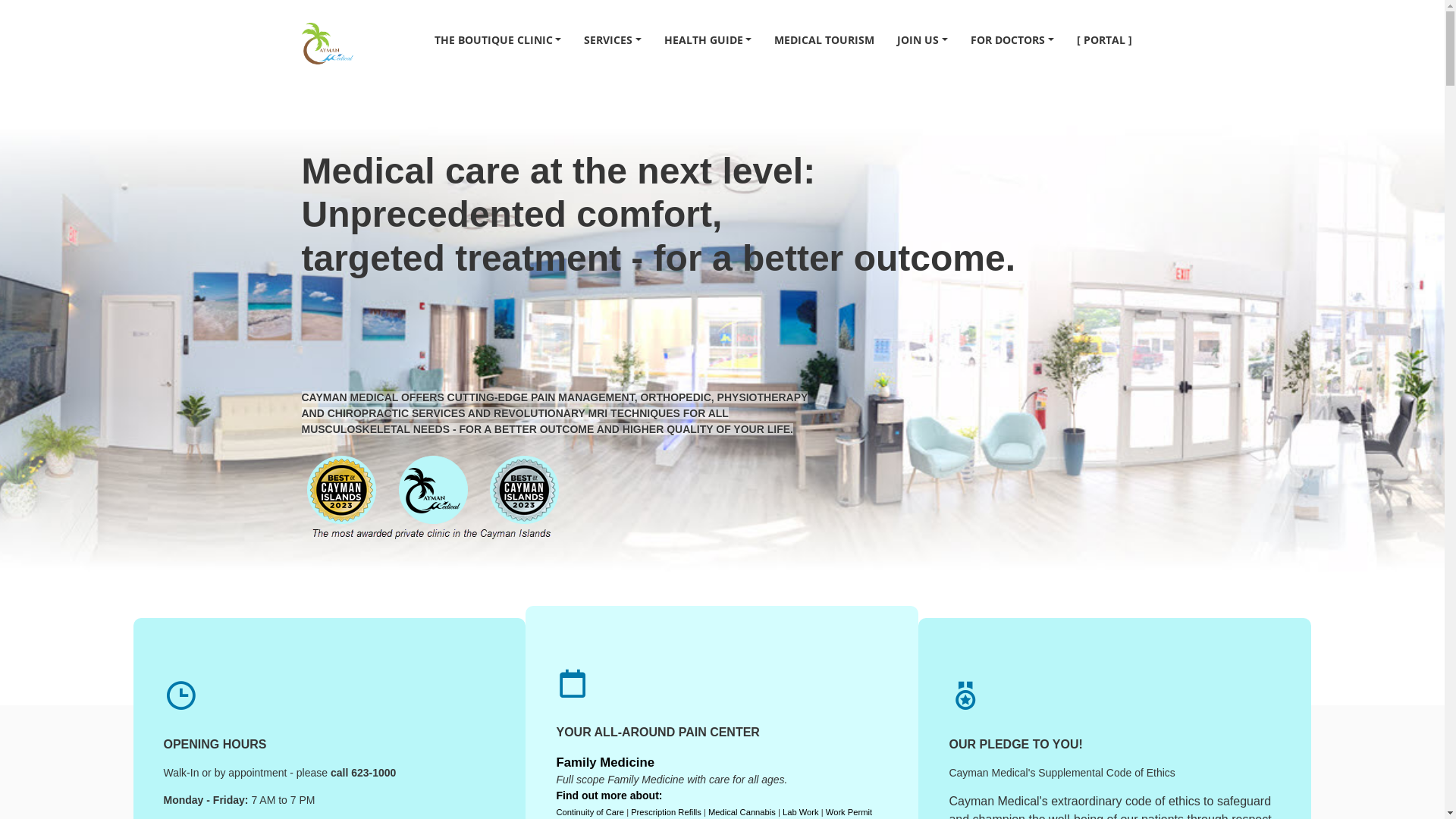 The width and height of the screenshot is (1456, 819). What do you see at coordinates (555, 795) in the screenshot?
I see `'Find out more about:'` at bounding box center [555, 795].